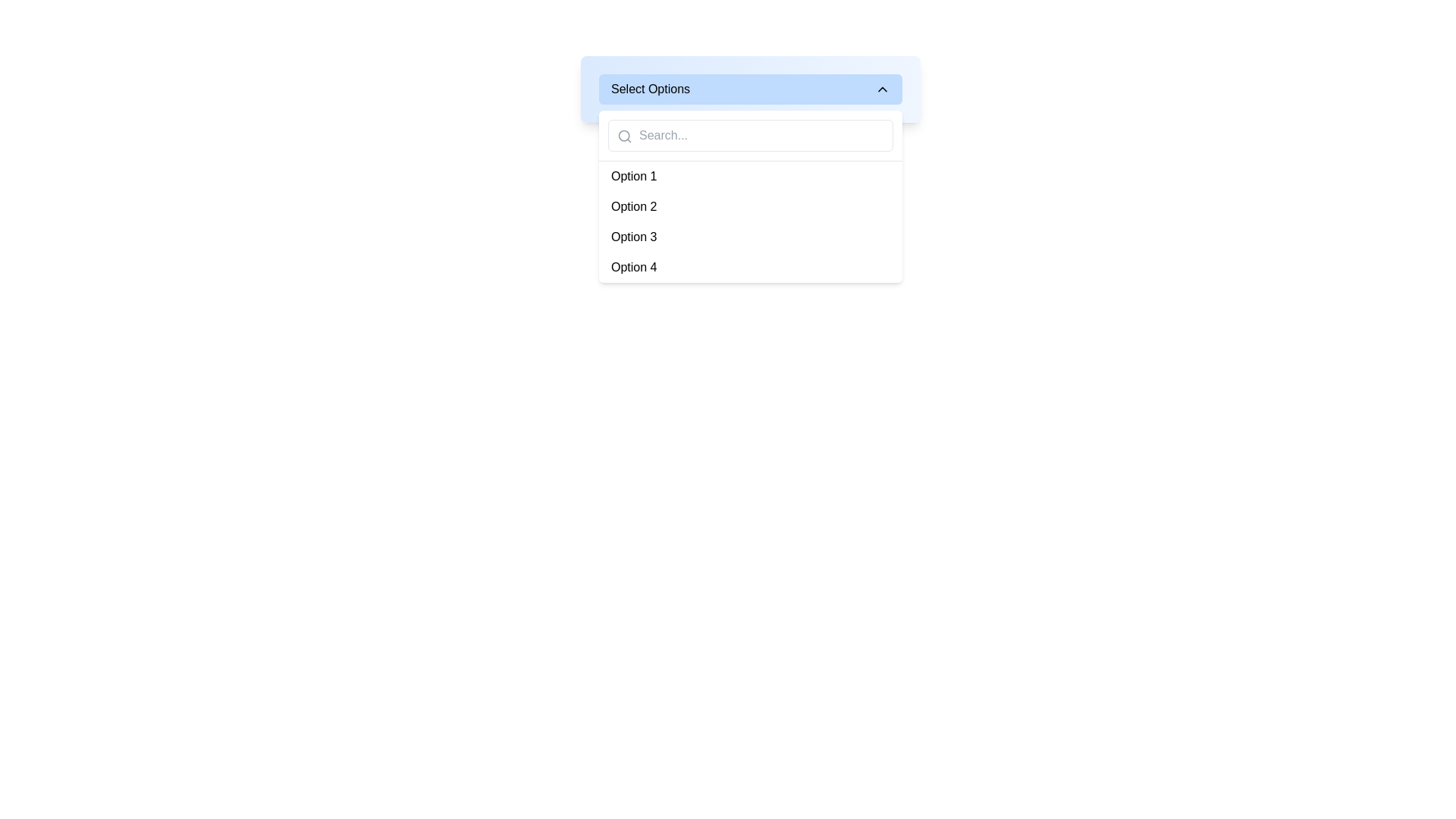 This screenshot has width=1456, height=819. Describe the element at coordinates (634, 207) in the screenshot. I see `the text item 'Option 2' in the dropdown list` at that location.